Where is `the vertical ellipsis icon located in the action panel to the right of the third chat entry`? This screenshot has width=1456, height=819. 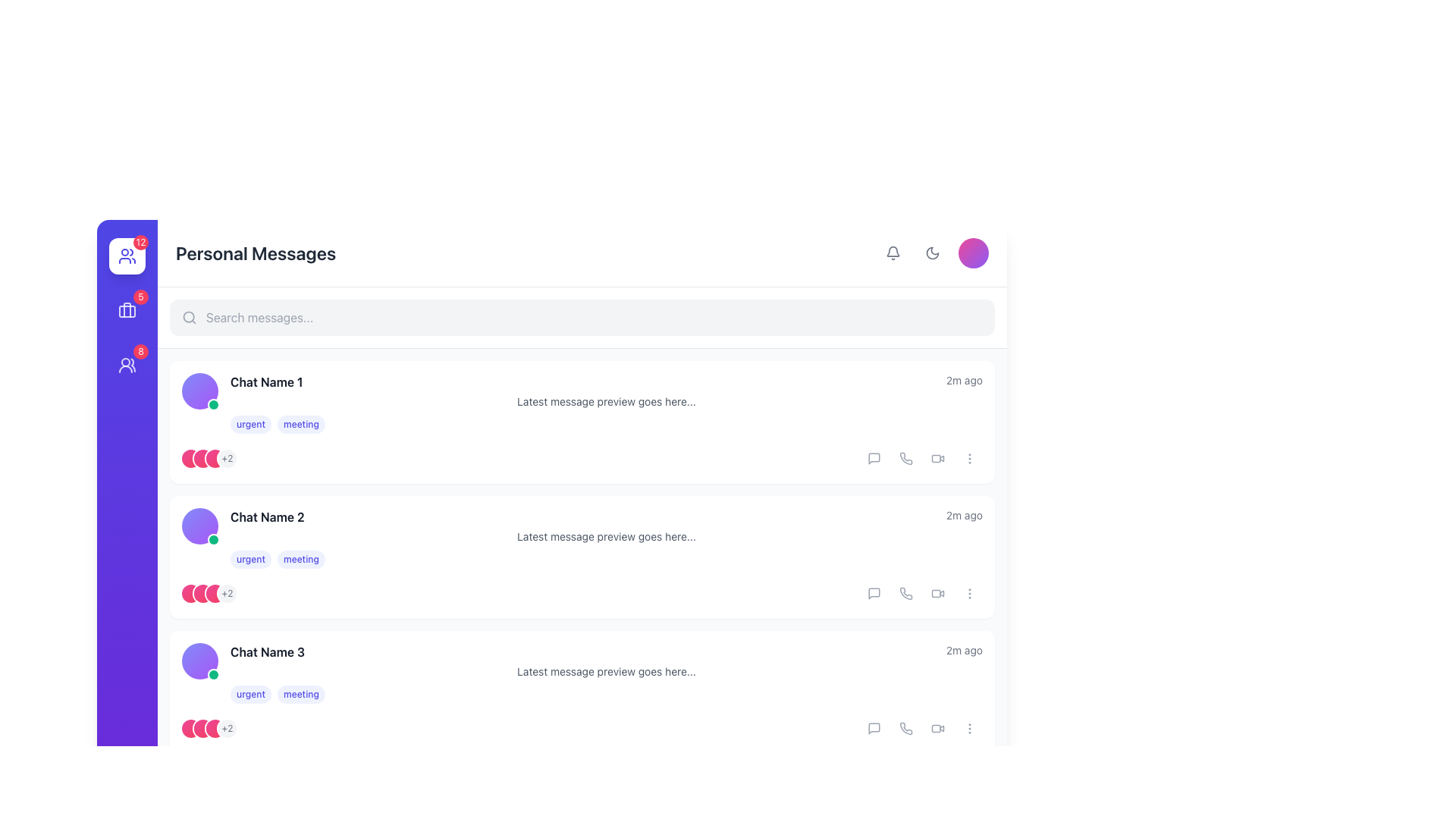
the vertical ellipsis icon located in the action panel to the right of the third chat entry is located at coordinates (968, 727).